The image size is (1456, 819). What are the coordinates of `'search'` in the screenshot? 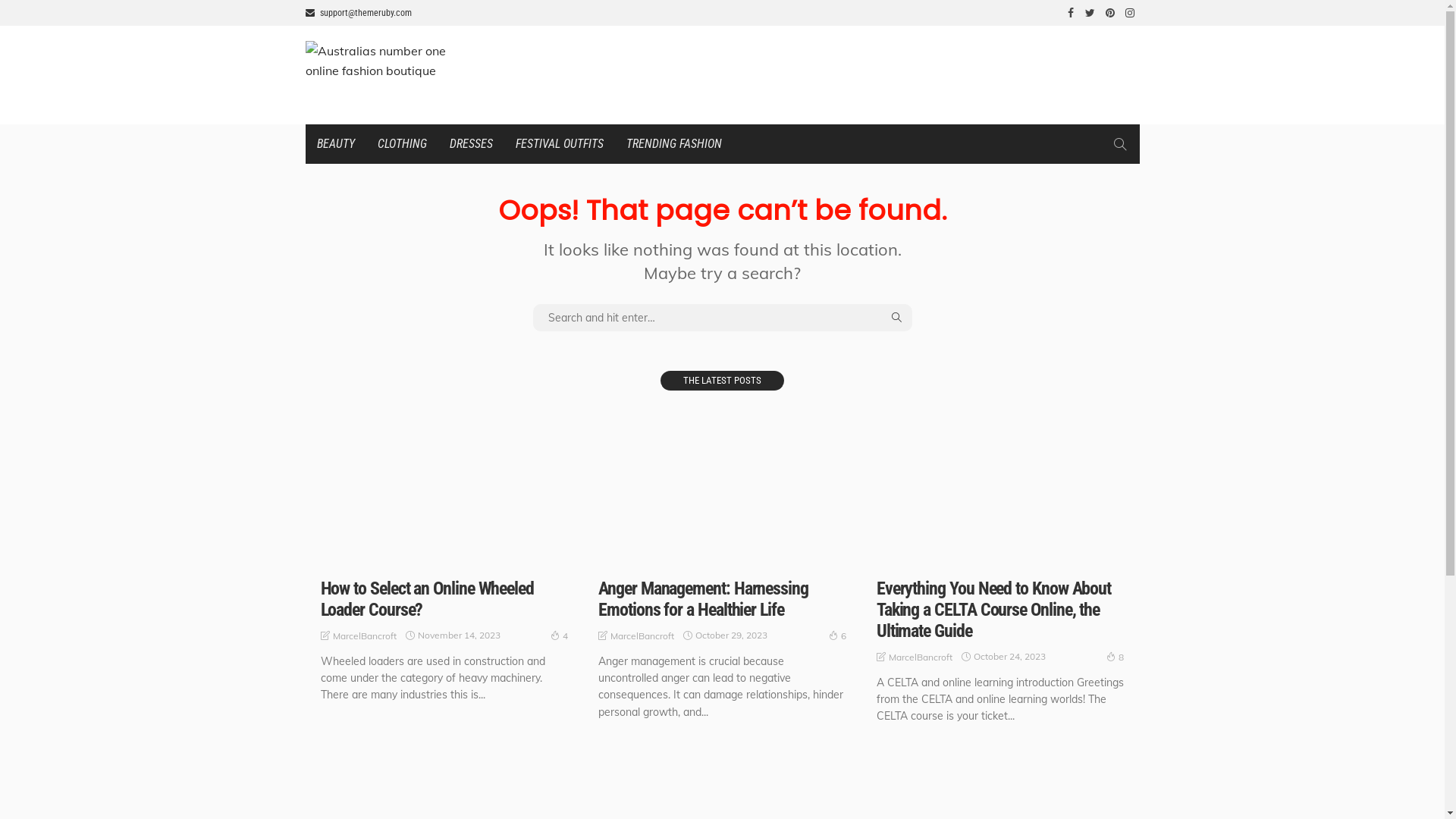 It's located at (1099, 143).